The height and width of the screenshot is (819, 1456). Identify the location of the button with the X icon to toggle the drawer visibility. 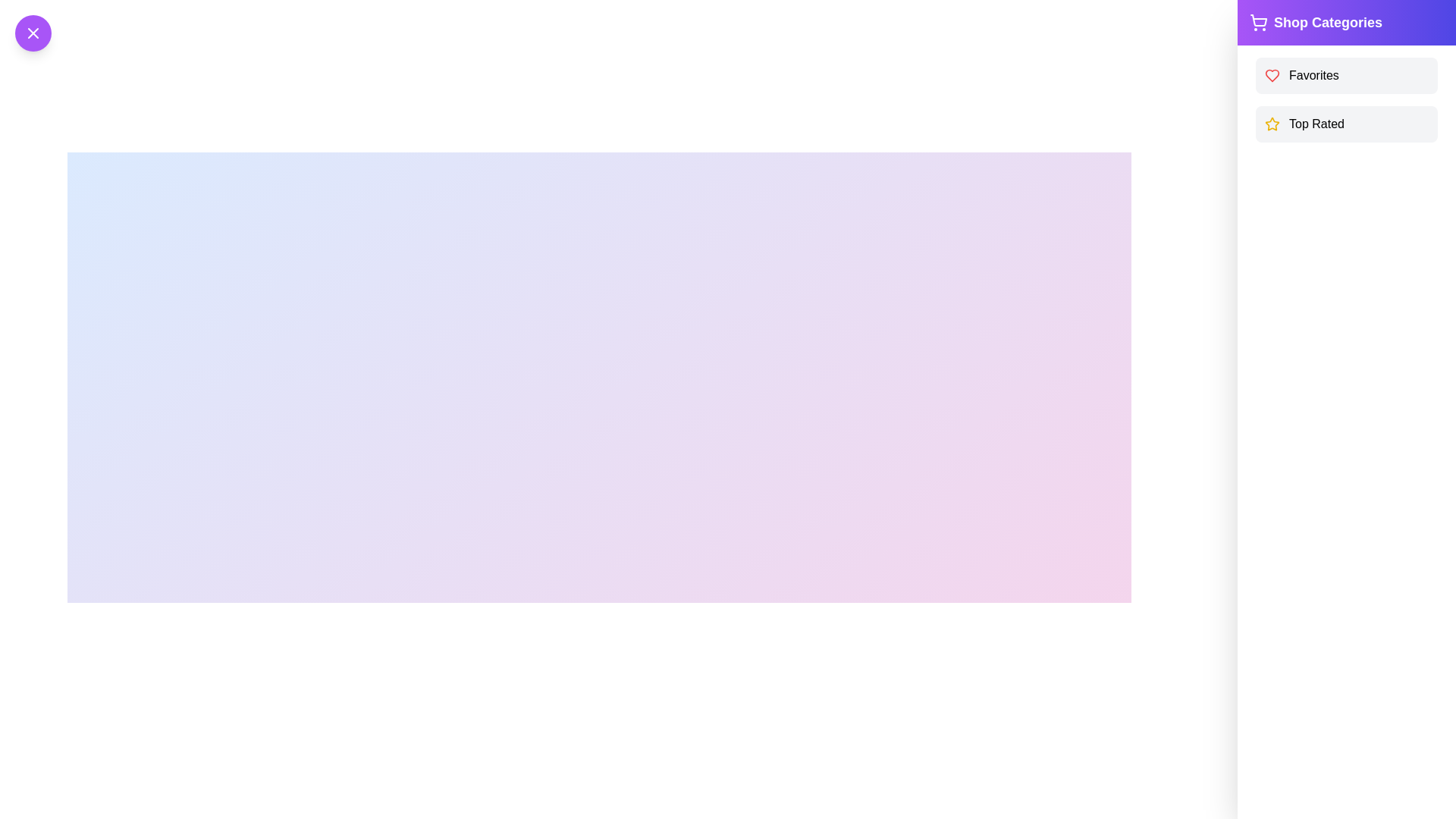
(33, 33).